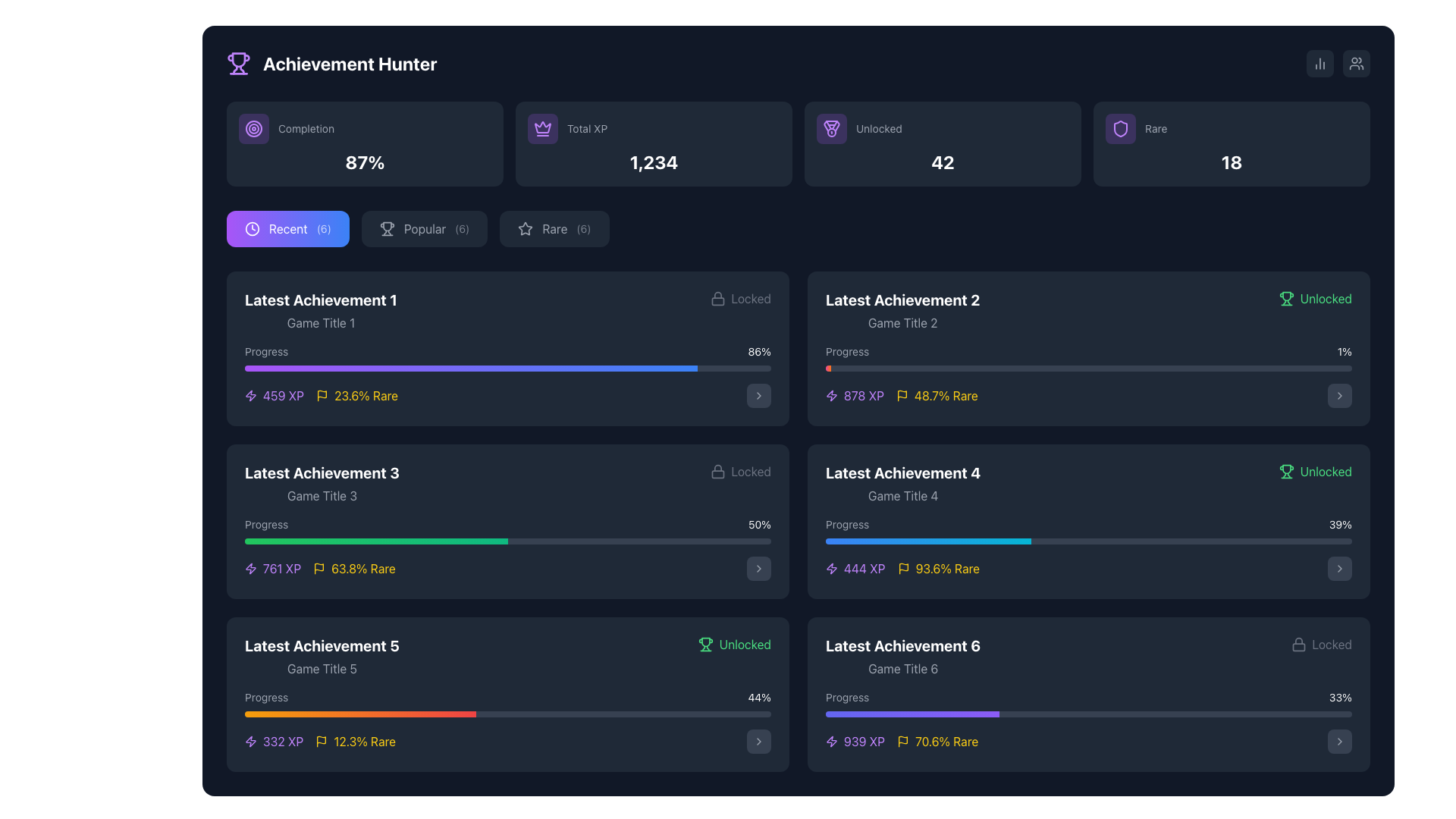 This screenshot has width=1456, height=819. What do you see at coordinates (1087, 520) in the screenshot?
I see `the achievement card displaying details about a specific achievement, located in the second column and third row of the grid layout` at bounding box center [1087, 520].